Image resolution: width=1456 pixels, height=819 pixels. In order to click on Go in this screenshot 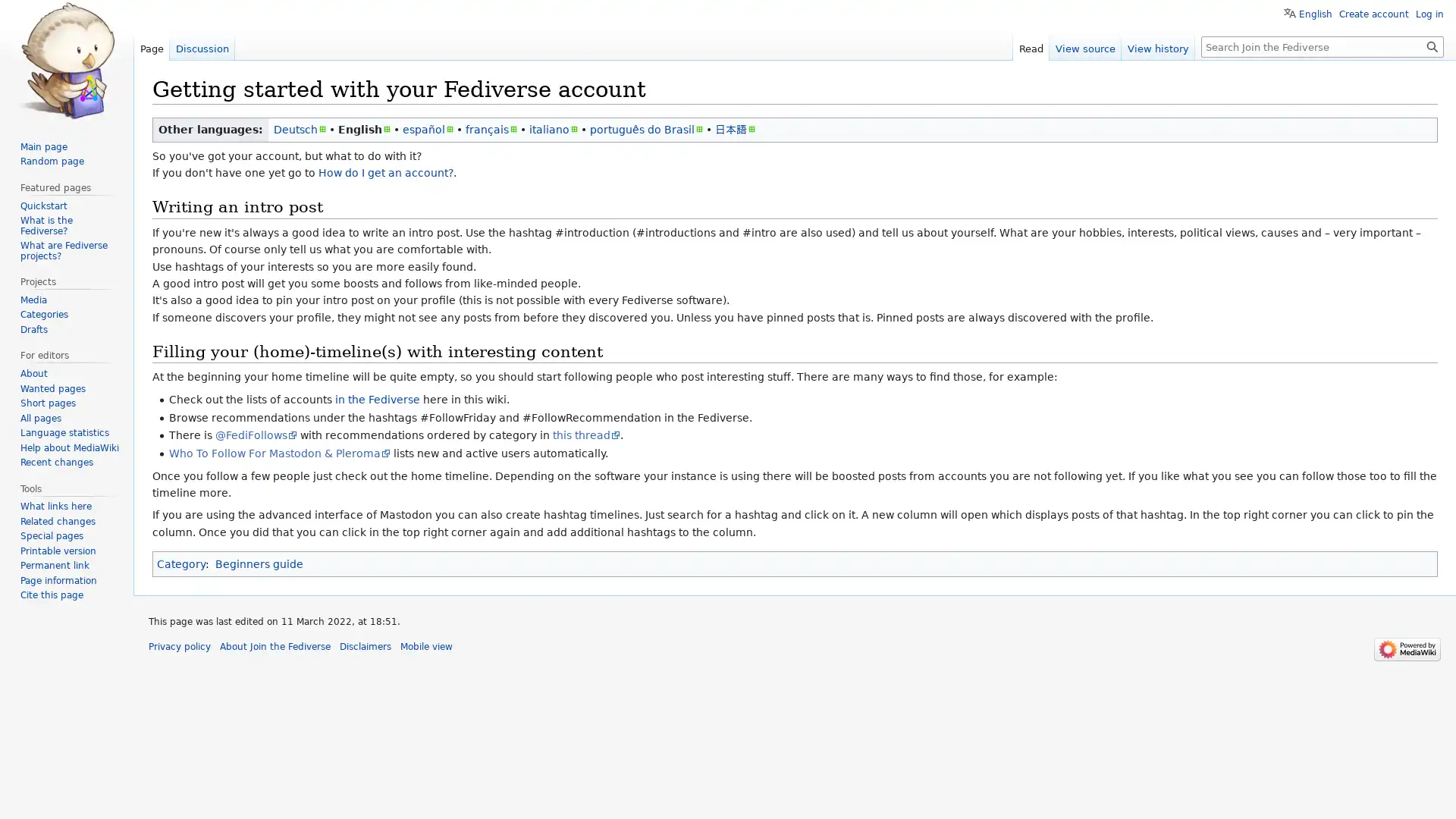, I will do `click(1432, 45)`.